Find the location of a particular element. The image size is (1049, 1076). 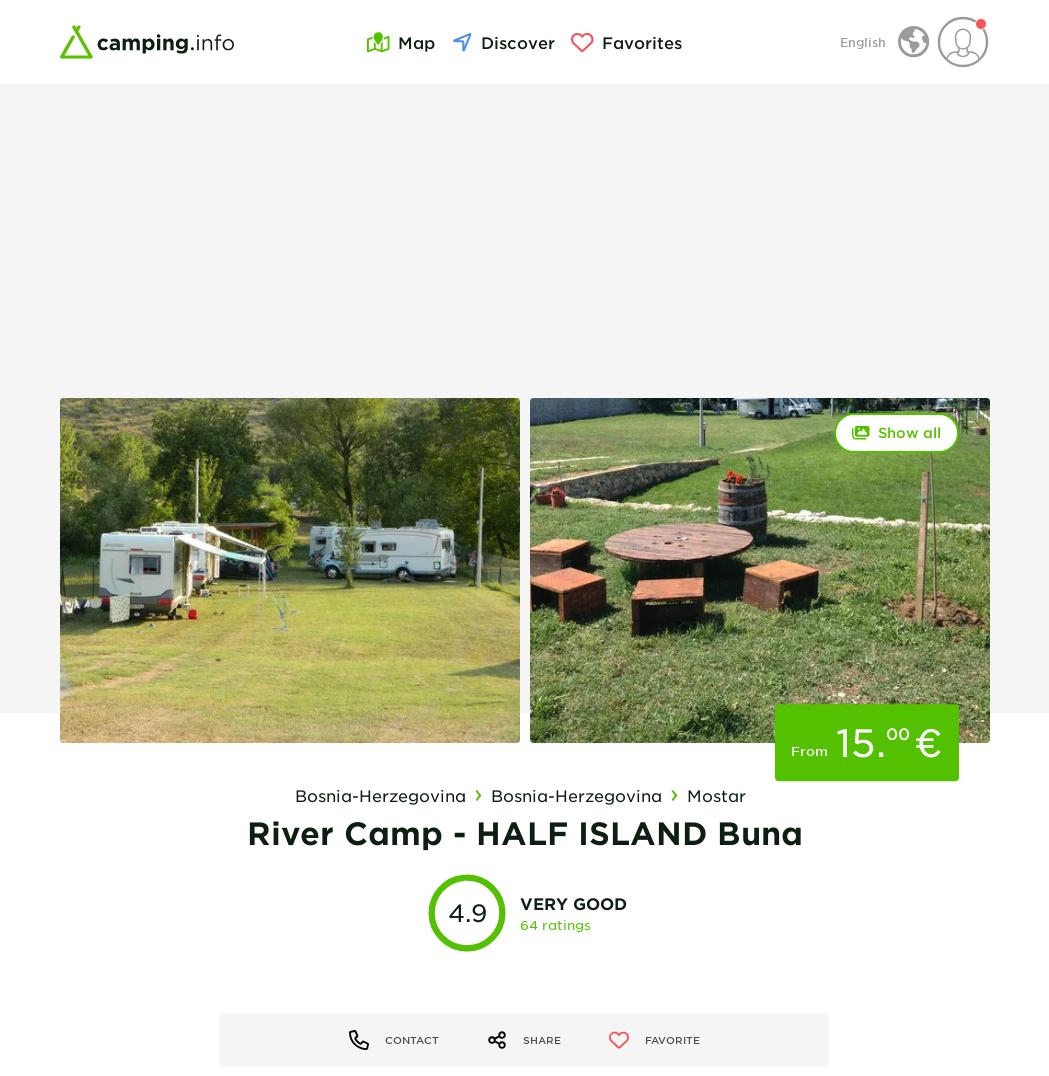

'.' is located at coordinates (874, 741).